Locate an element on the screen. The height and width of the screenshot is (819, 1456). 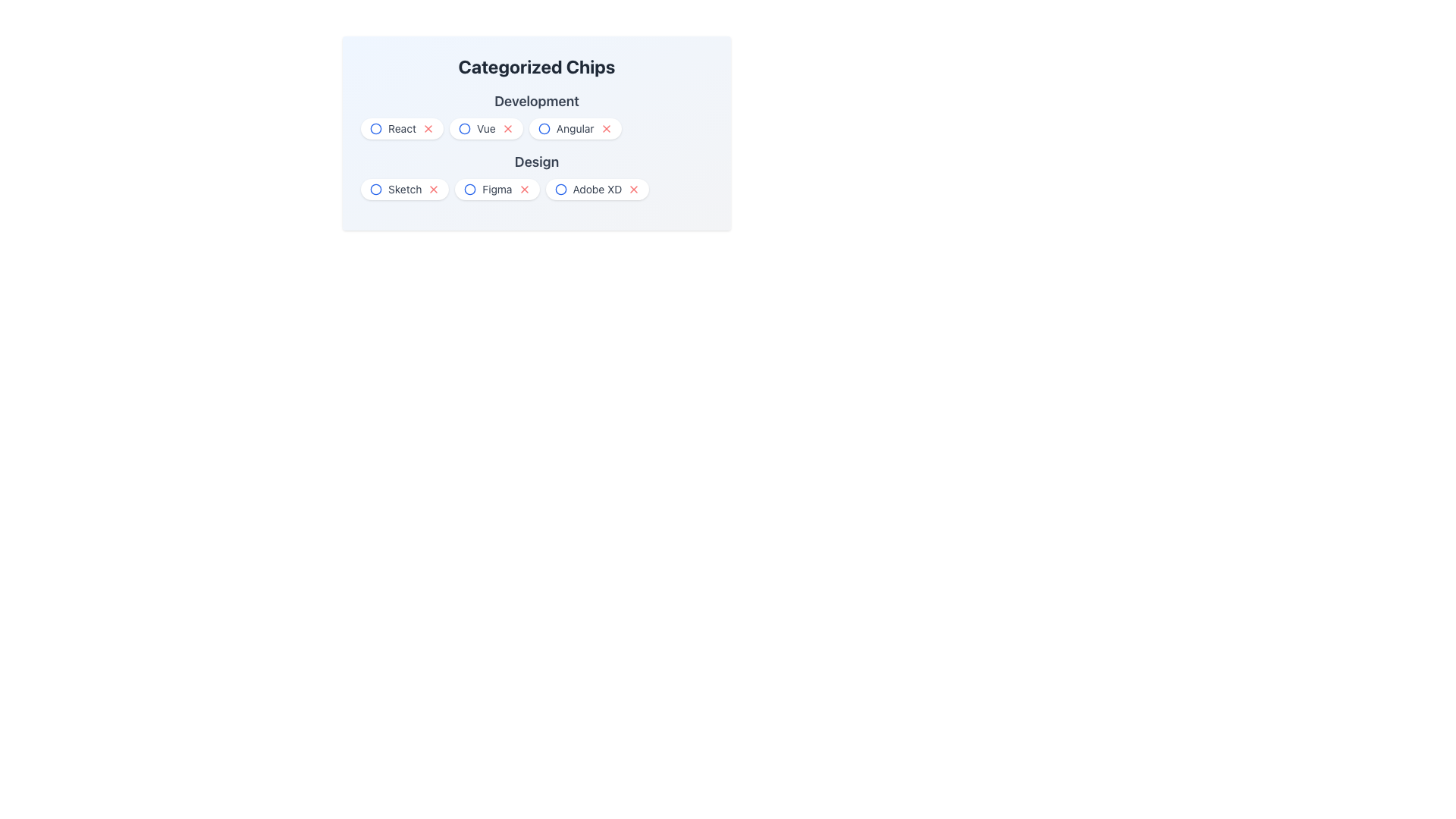
the third tag or category chip in the 'Development' section, which has a small red cross indicating it can be selected is located at coordinates (537, 133).